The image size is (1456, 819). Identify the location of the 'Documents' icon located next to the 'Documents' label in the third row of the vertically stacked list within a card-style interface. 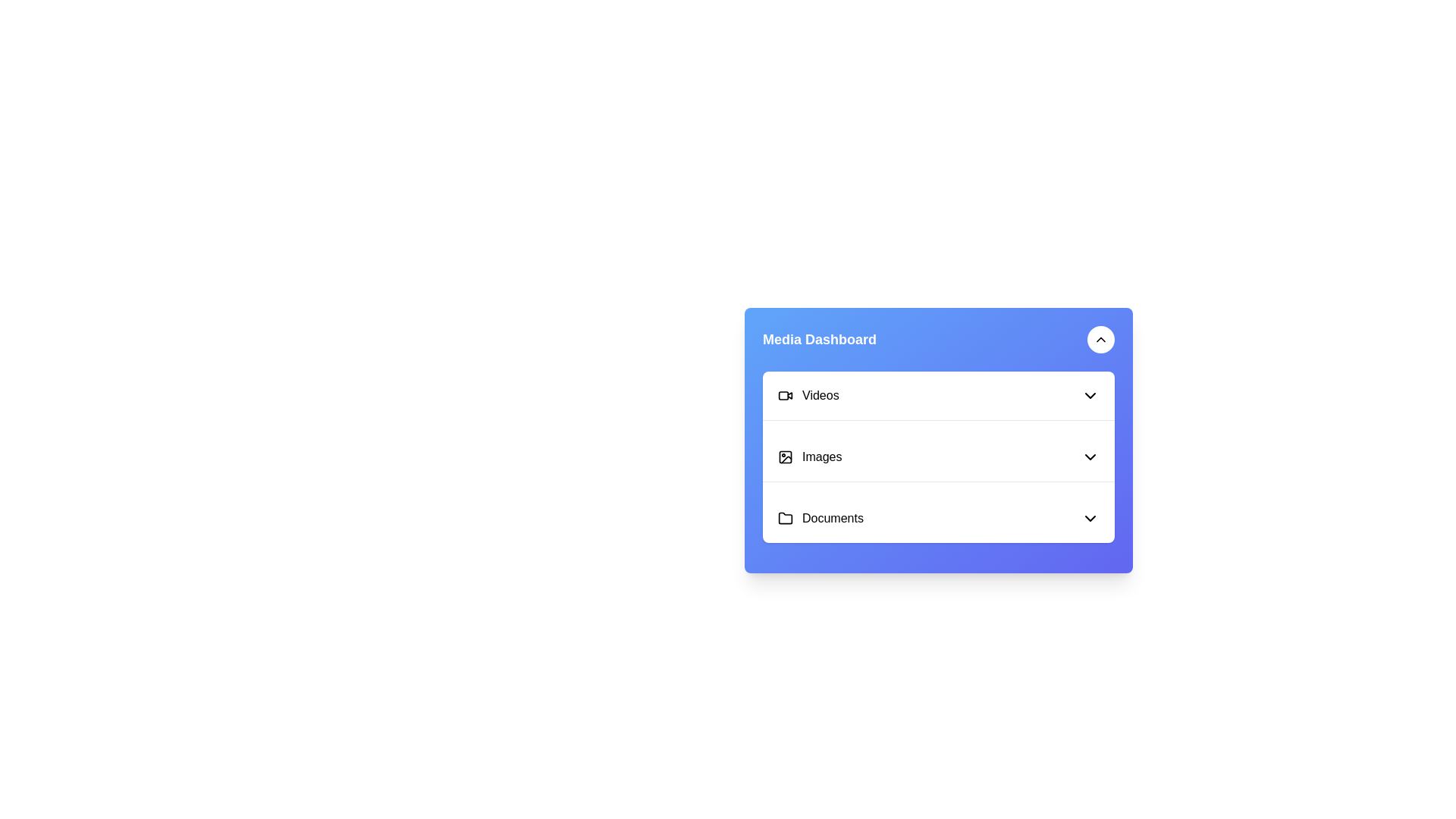
(786, 516).